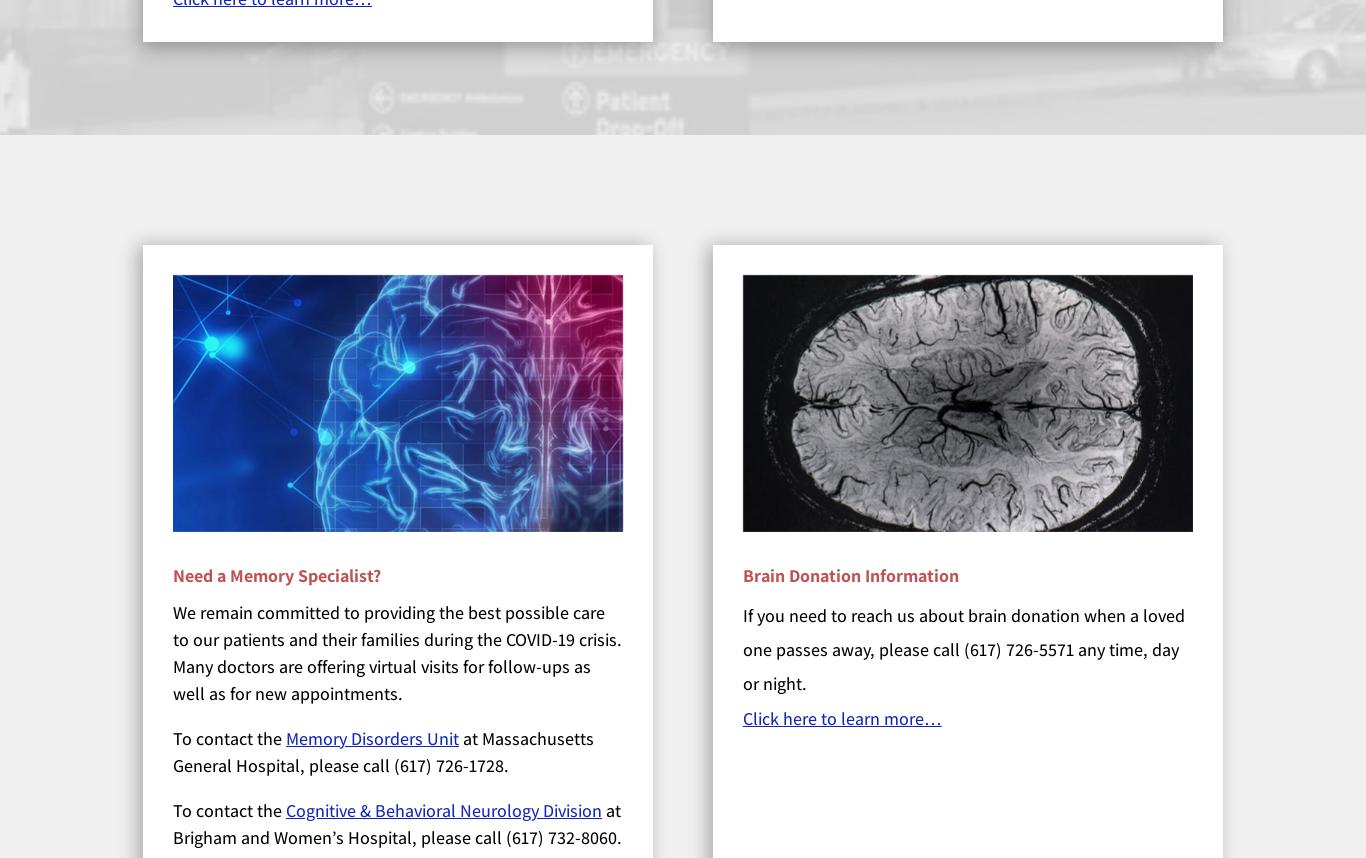  I want to click on 'at Brigham and Women’s Hospital, please call (617) 732-8060.', so click(396, 821).